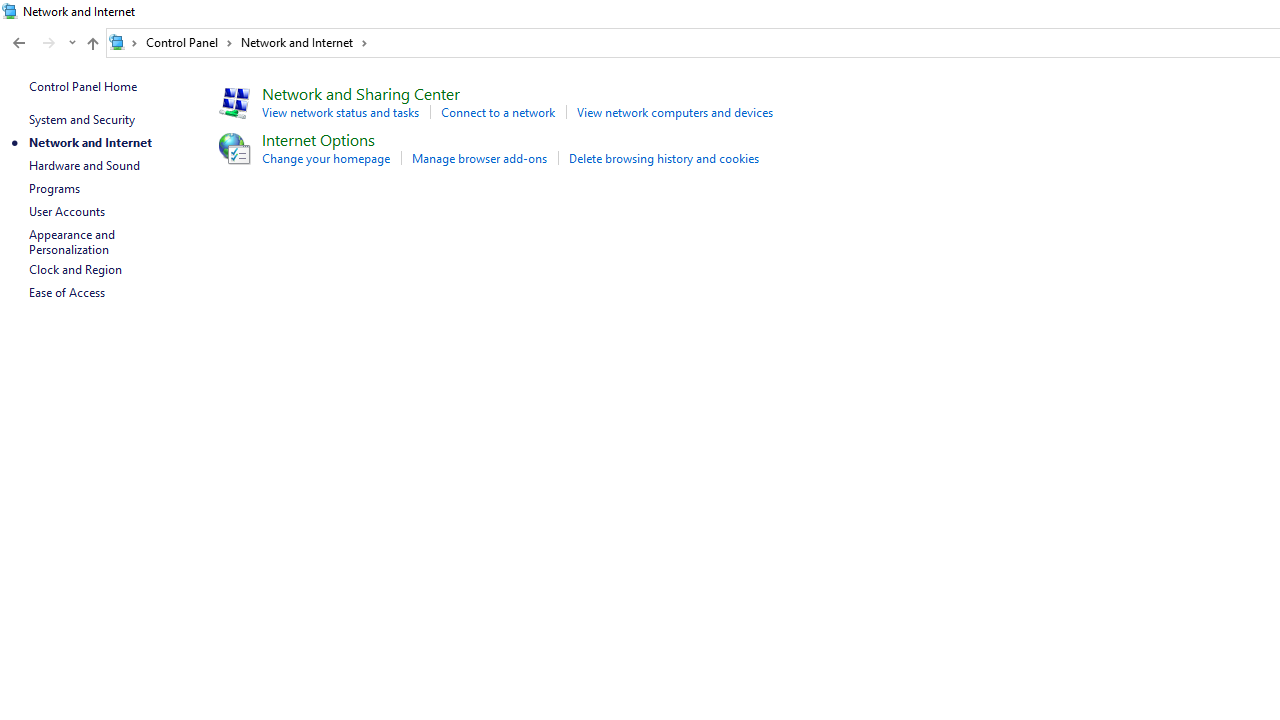 Image resolution: width=1280 pixels, height=720 pixels. What do you see at coordinates (189, 42) in the screenshot?
I see `'Control Panel'` at bounding box center [189, 42].